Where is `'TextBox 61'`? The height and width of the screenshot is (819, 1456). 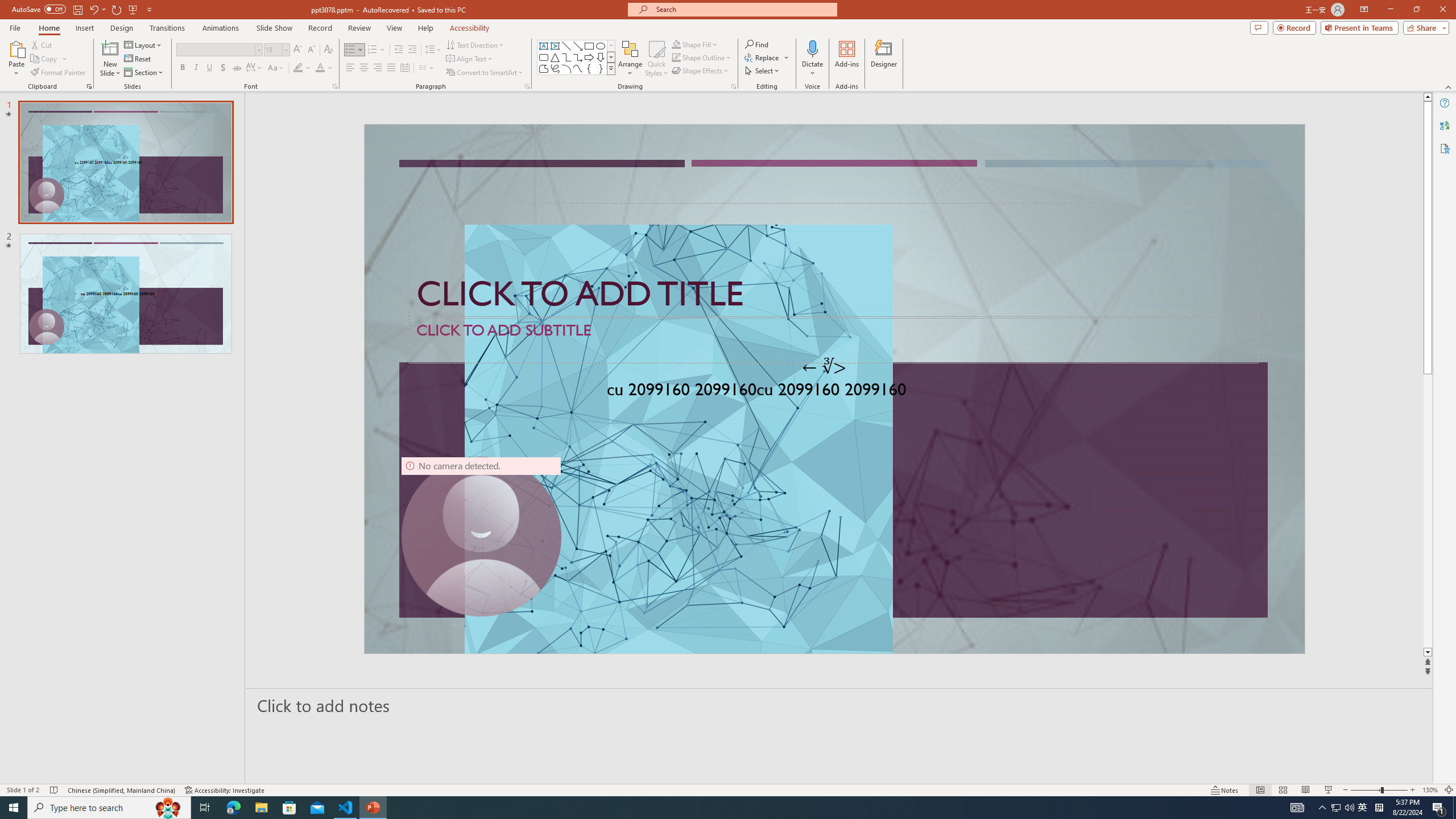
'TextBox 61' is located at coordinates (832, 391).